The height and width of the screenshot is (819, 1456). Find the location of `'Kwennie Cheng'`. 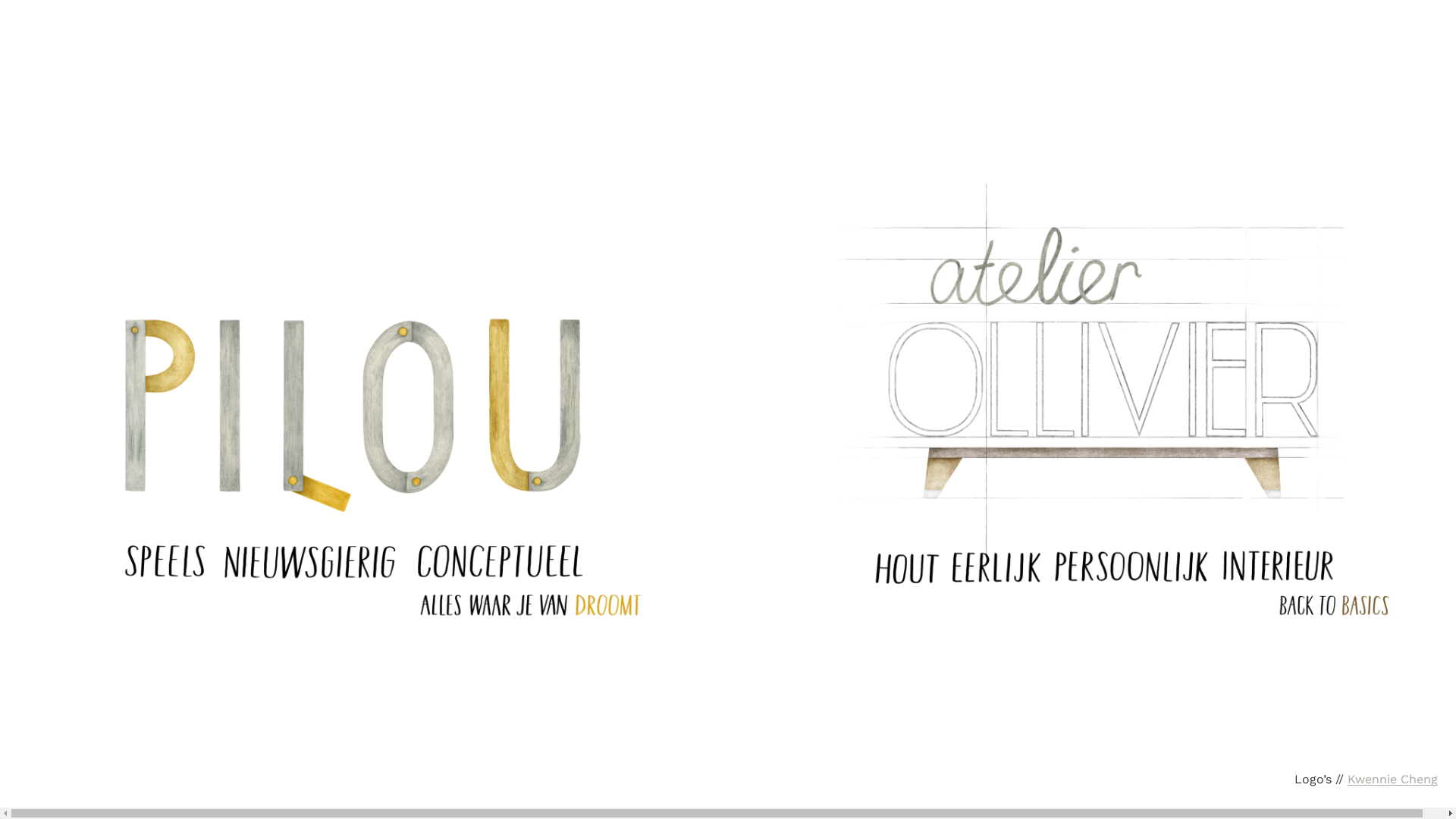

'Kwennie Cheng' is located at coordinates (1392, 779).